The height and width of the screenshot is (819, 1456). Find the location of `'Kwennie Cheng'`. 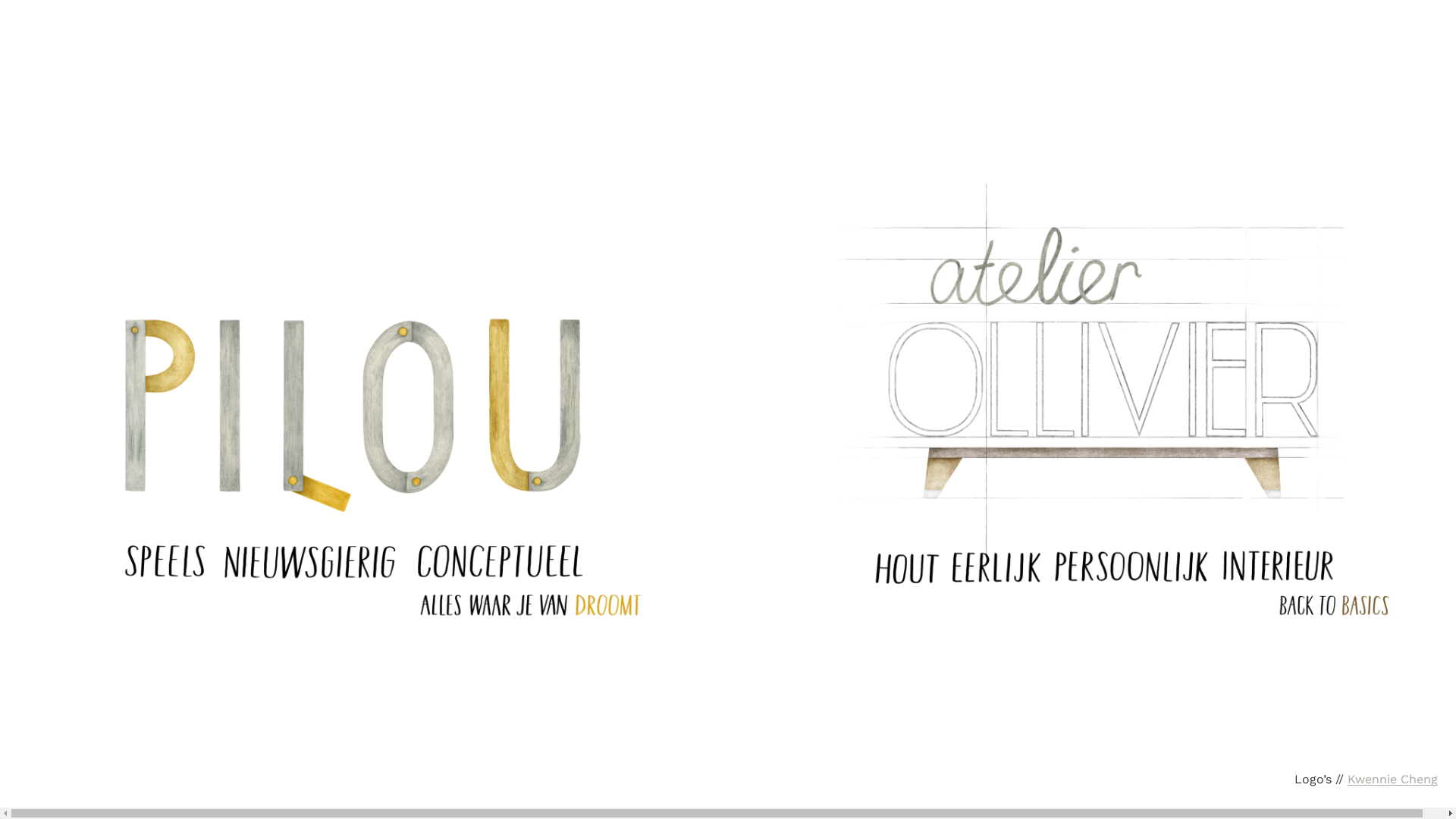

'Kwennie Cheng' is located at coordinates (1392, 779).